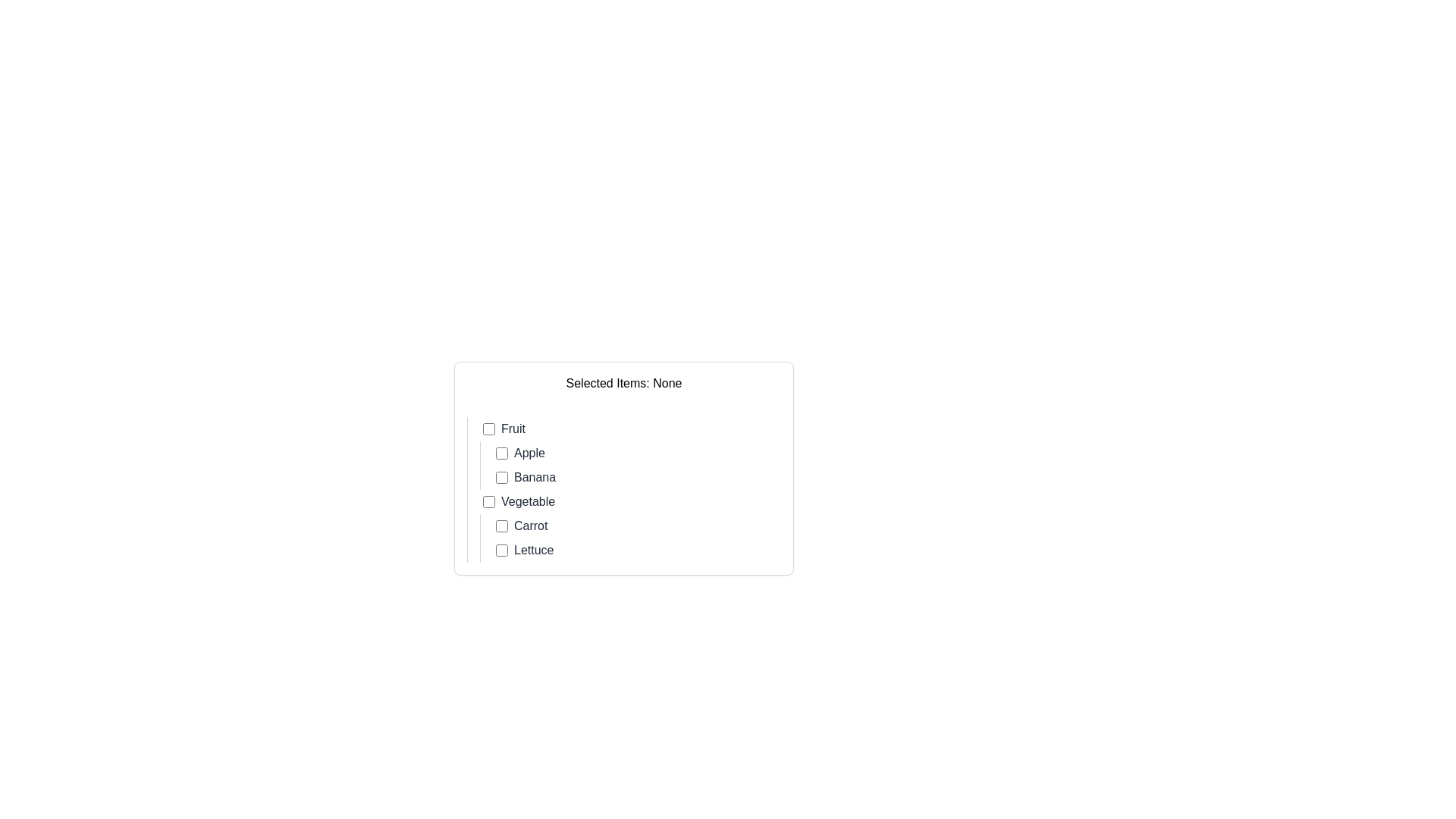 The height and width of the screenshot is (819, 1456). I want to click on the blue square checkbox located to the left of the text 'Vegetable', so click(488, 502).